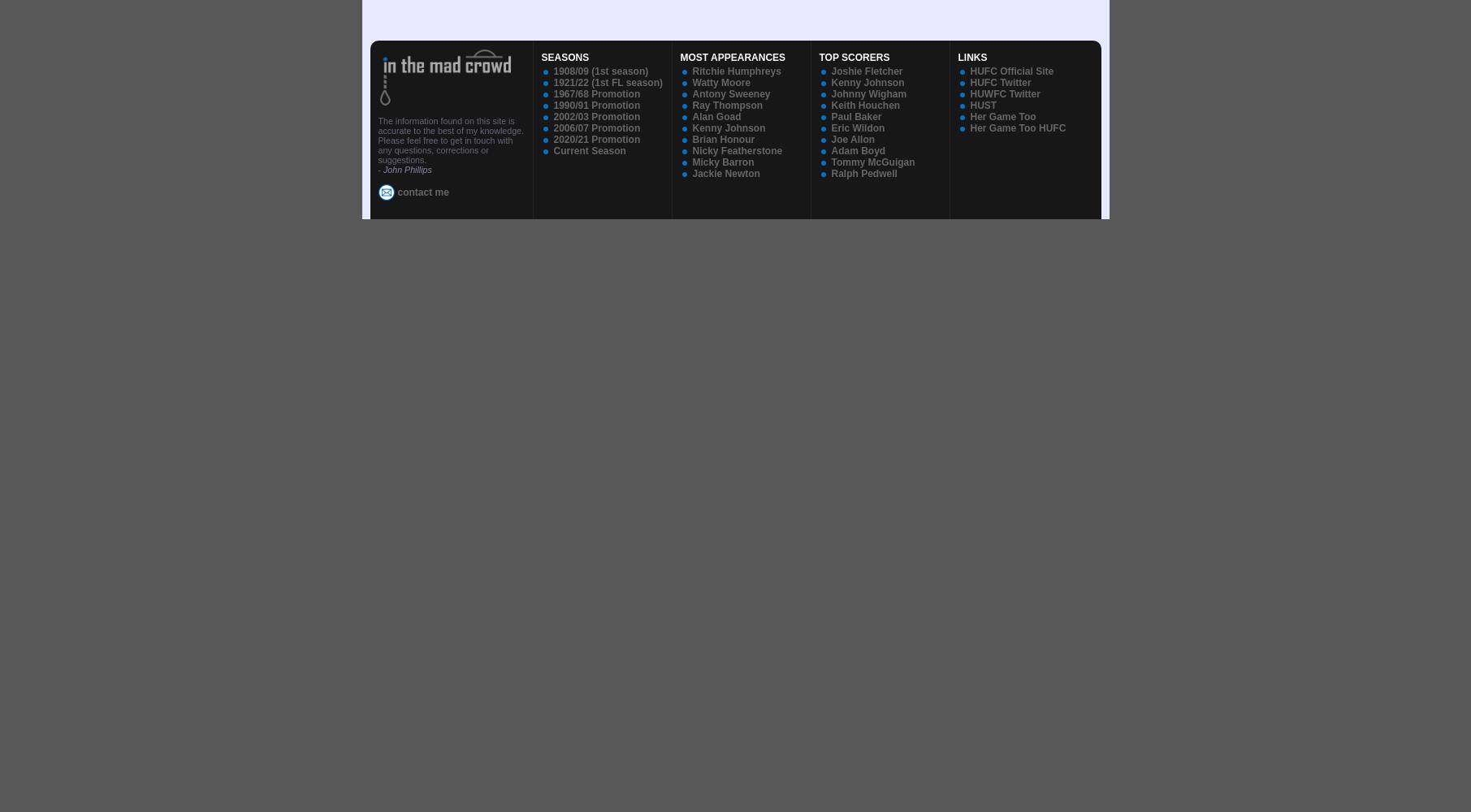 This screenshot has width=1471, height=812. What do you see at coordinates (867, 71) in the screenshot?
I see `'Joshie Fletcher'` at bounding box center [867, 71].